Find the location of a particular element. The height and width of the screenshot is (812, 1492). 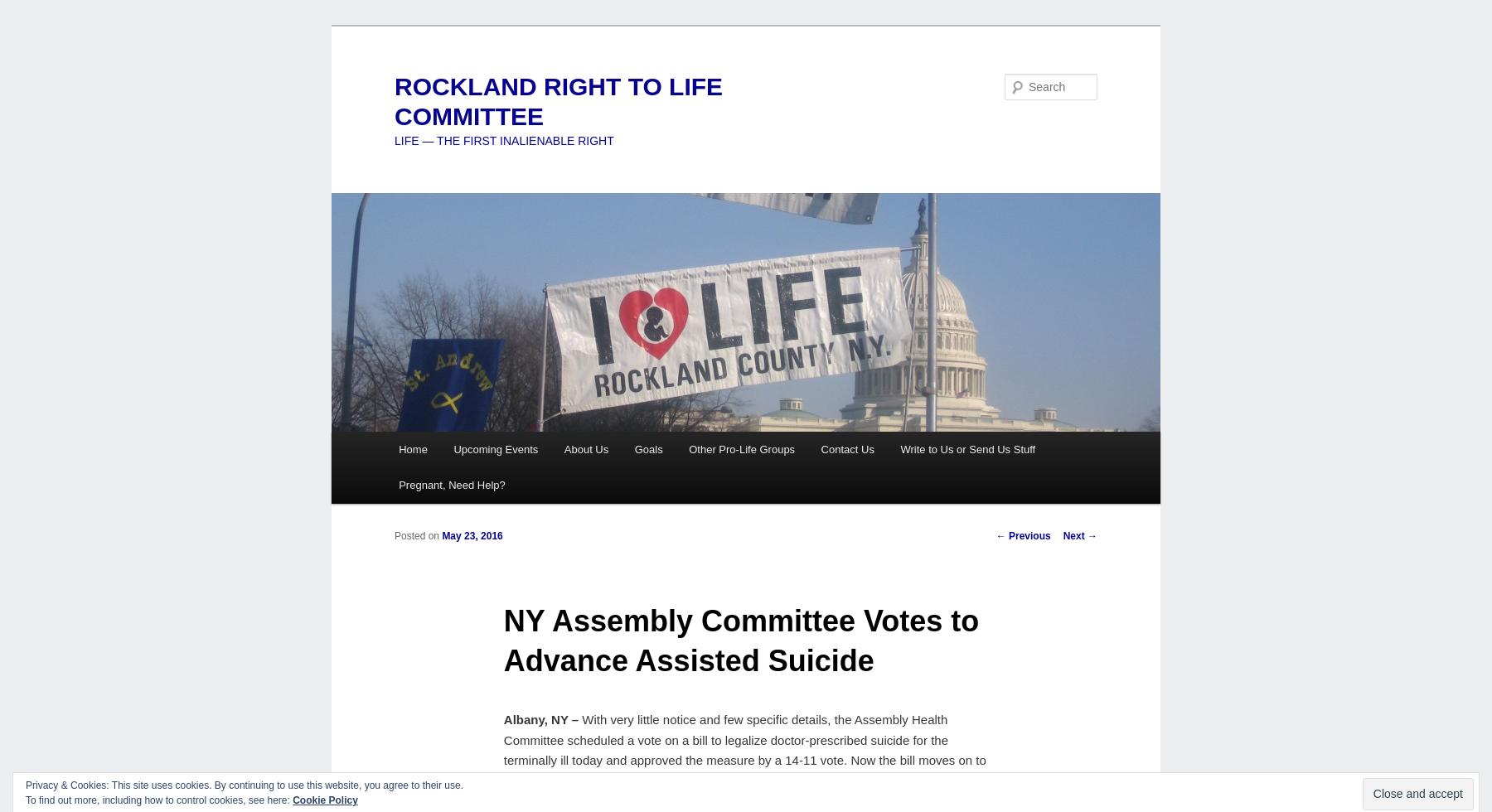

'Posted on' is located at coordinates (417, 535).